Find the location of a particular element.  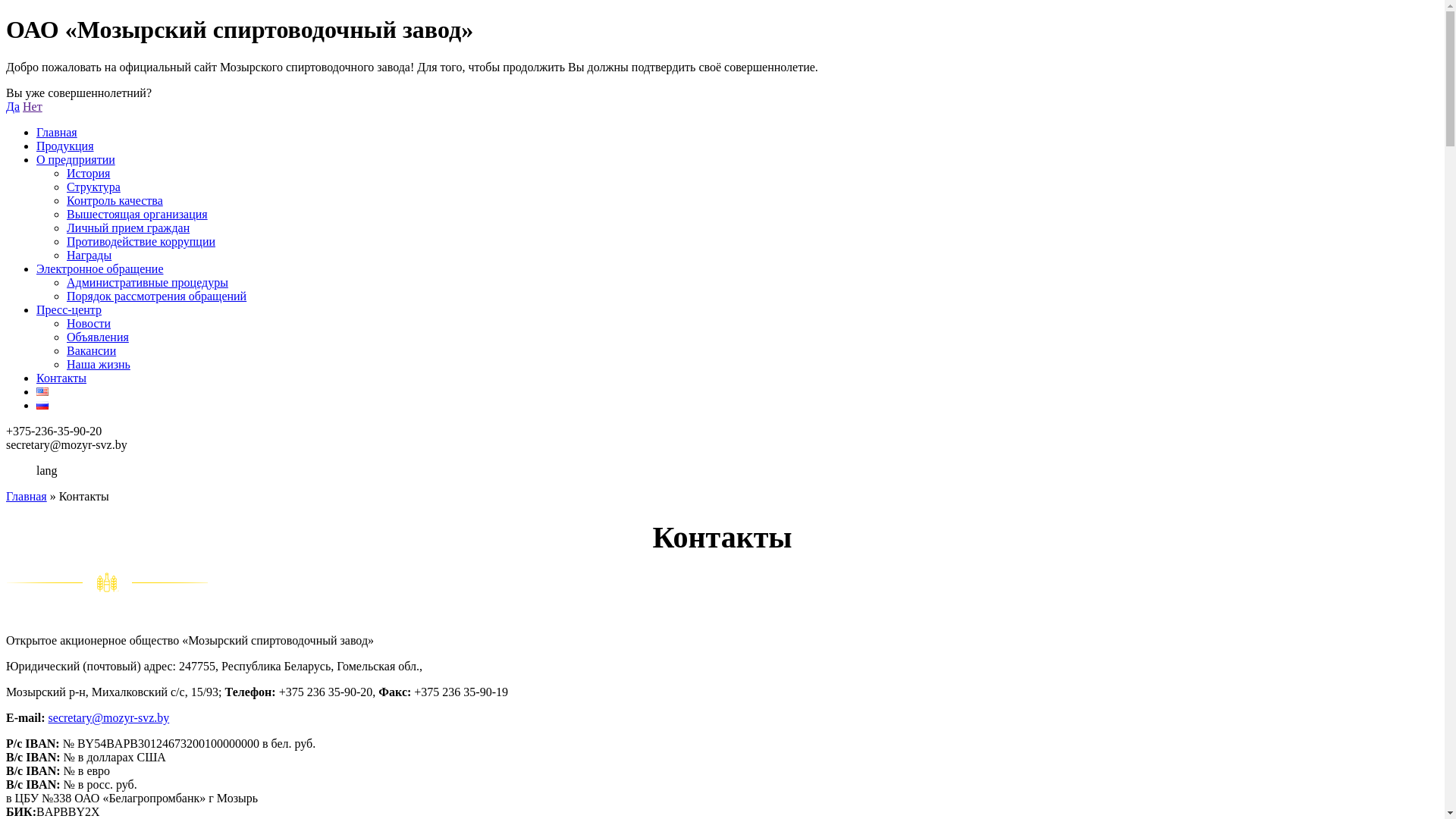

'secretary@mozyr-svz.by' is located at coordinates (108, 717).